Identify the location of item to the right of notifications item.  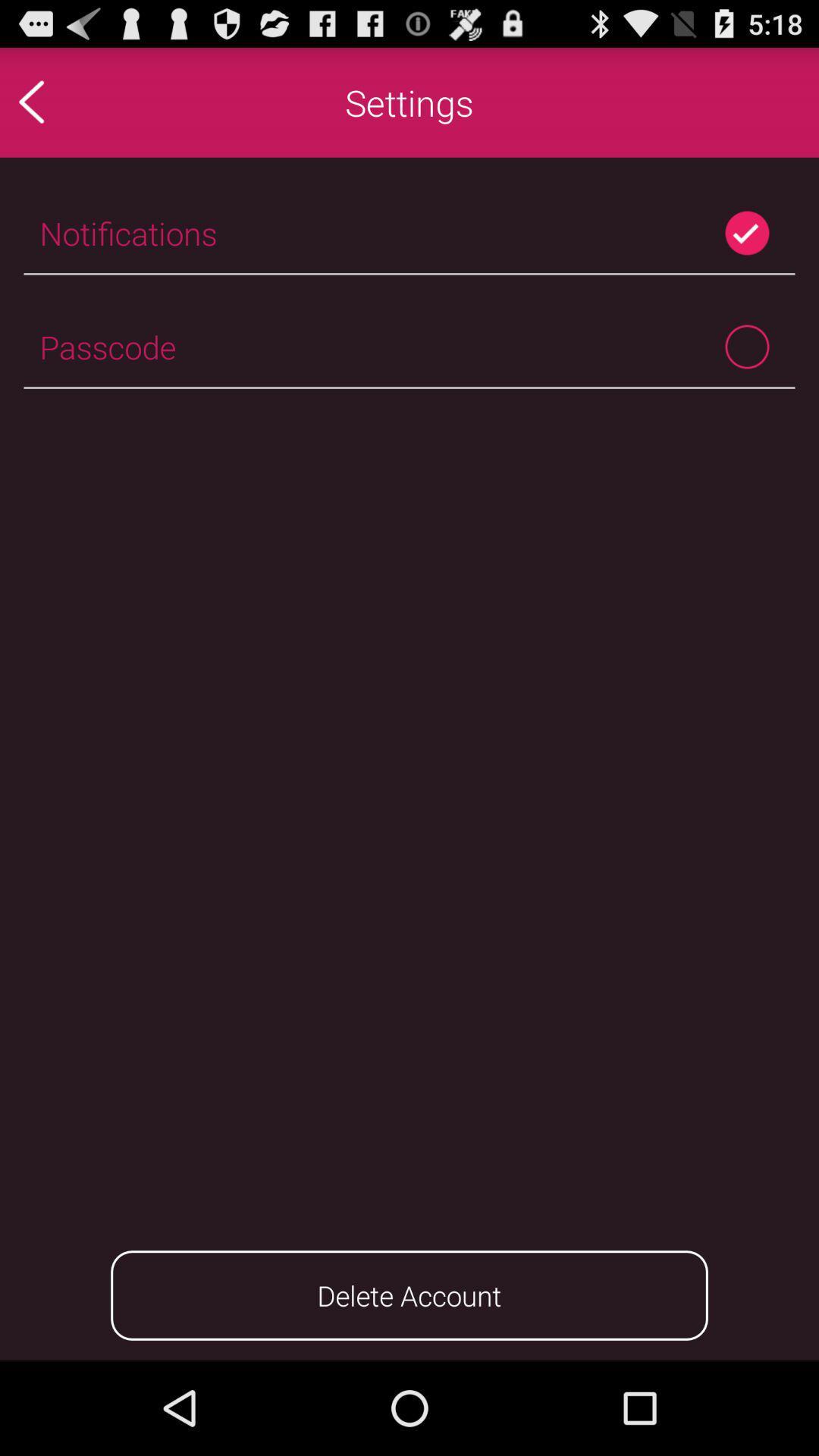
(746, 232).